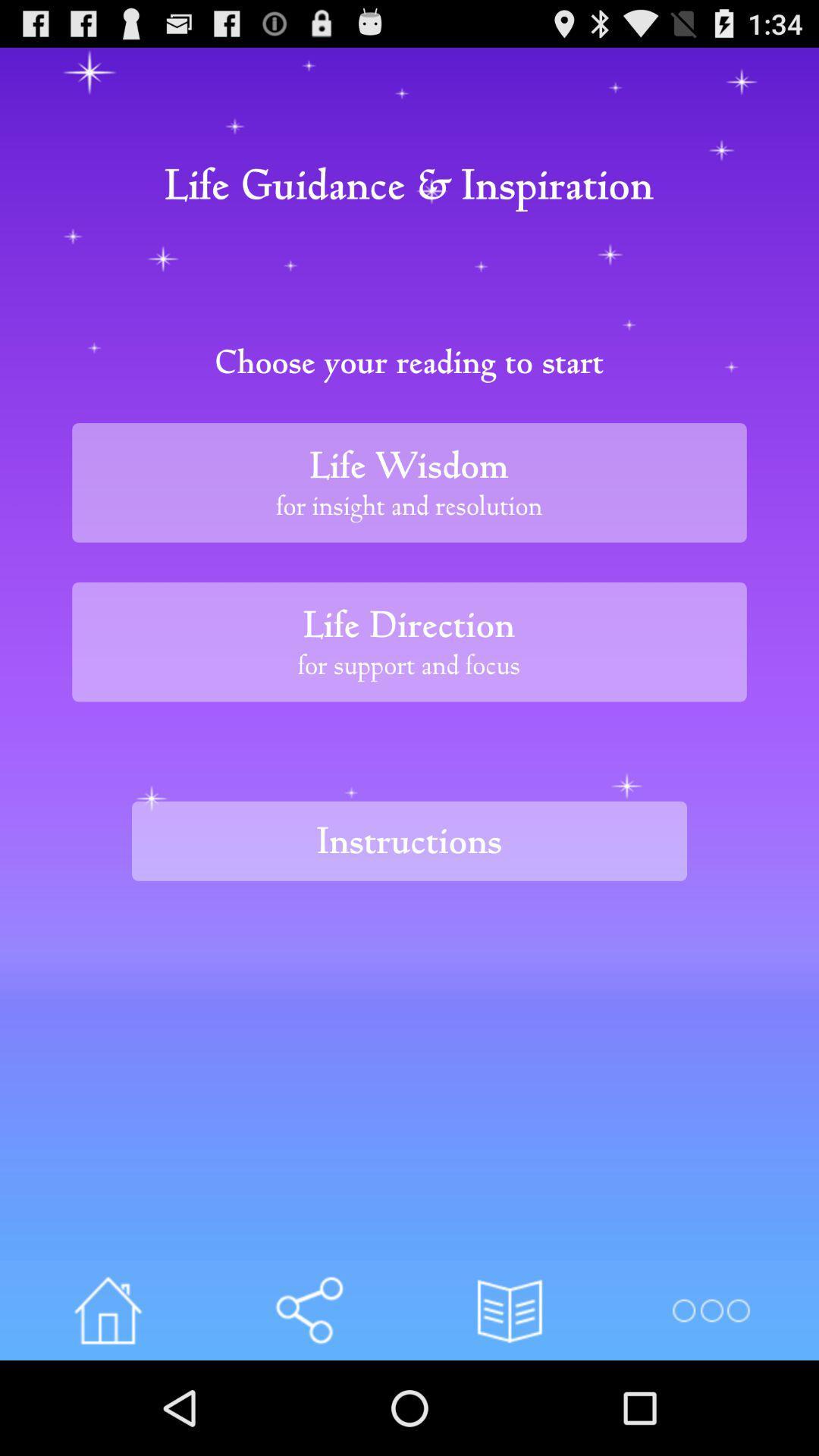 Image resolution: width=819 pixels, height=1456 pixels. I want to click on takes you home, so click(107, 1310).